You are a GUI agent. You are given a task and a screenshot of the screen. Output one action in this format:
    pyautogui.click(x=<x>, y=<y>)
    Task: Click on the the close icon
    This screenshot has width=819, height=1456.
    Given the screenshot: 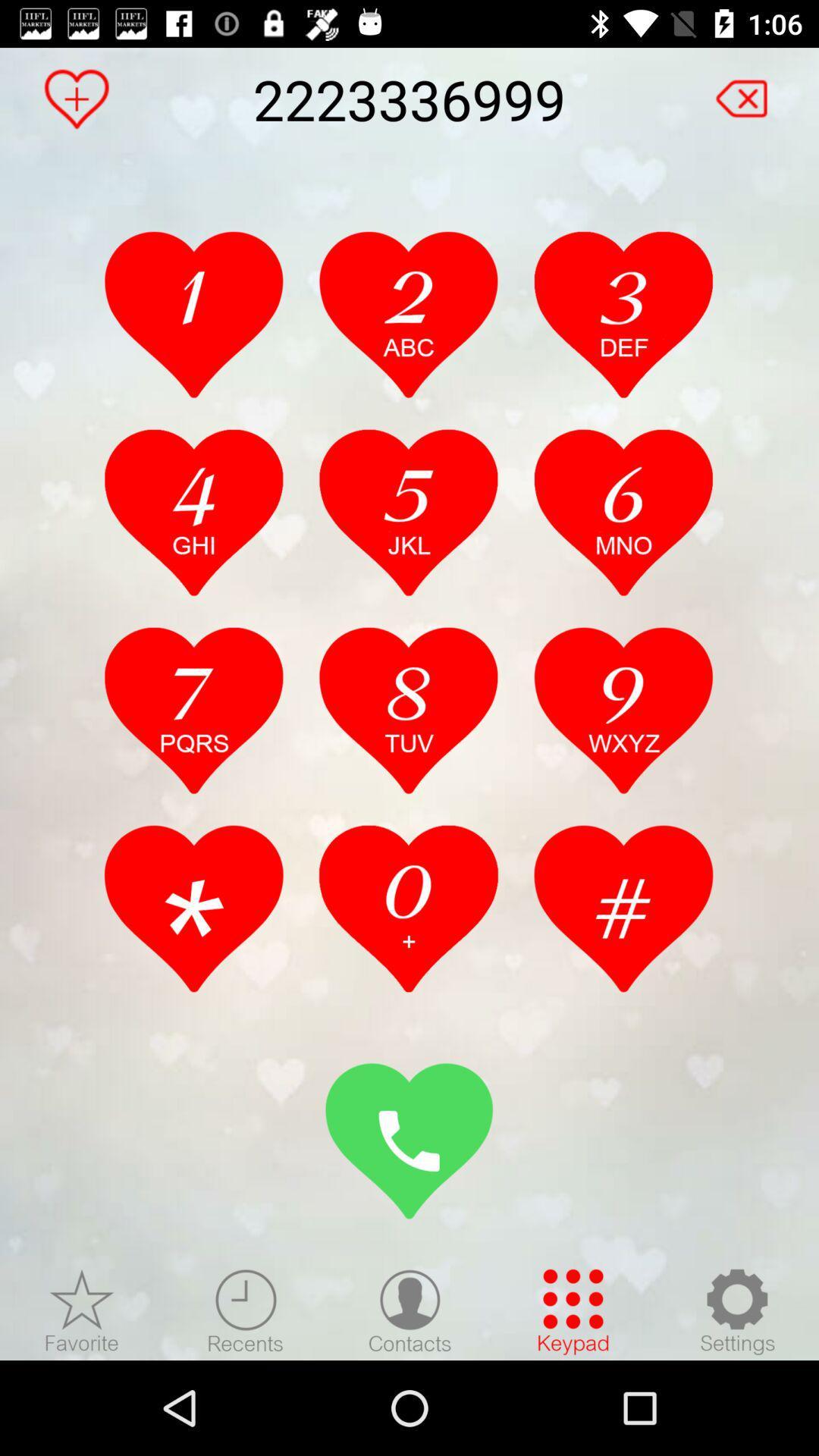 What is the action you would take?
    pyautogui.click(x=749, y=91)
    